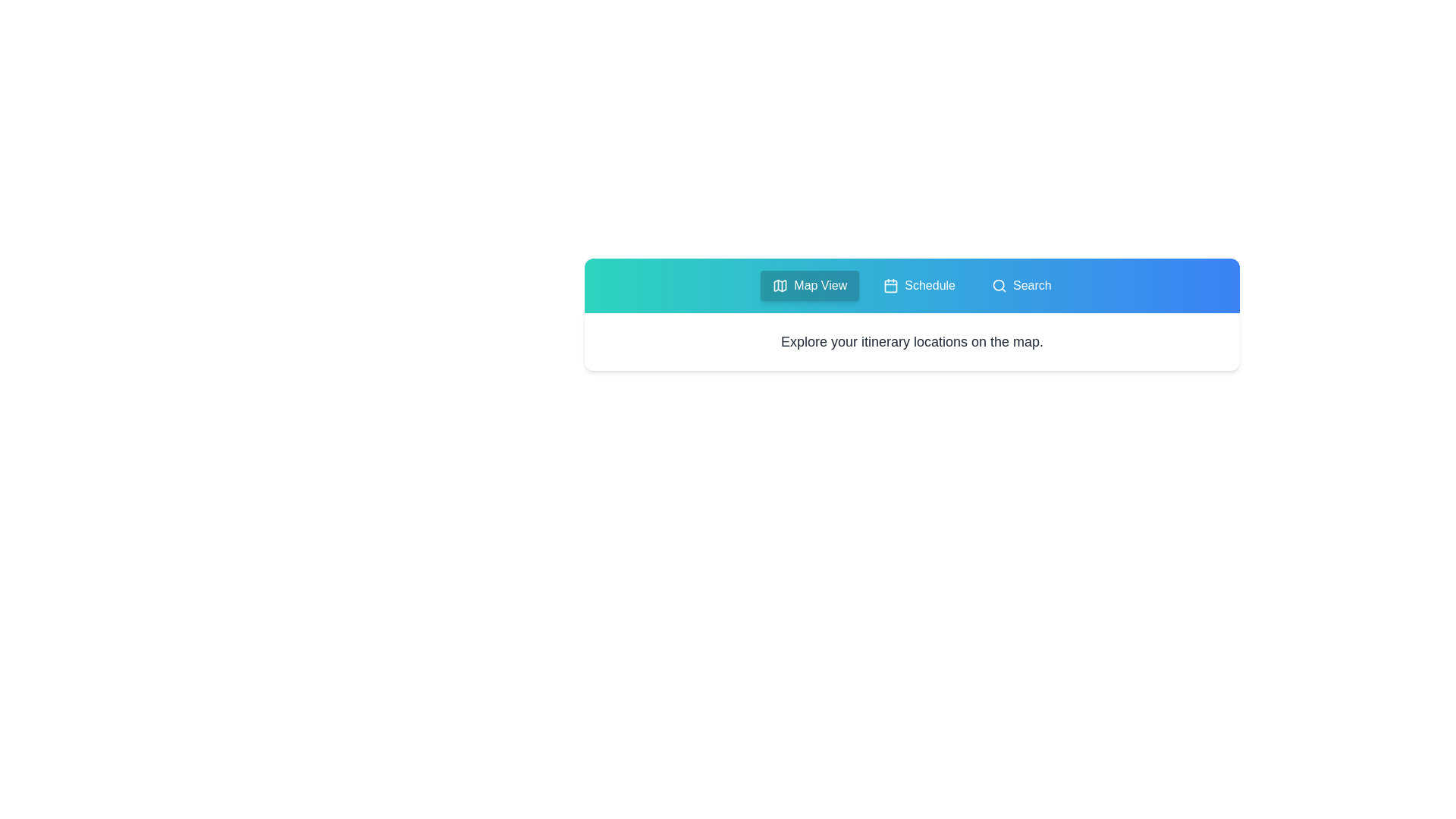  What do you see at coordinates (780, 286) in the screenshot?
I see `the 'Map View' icon, which is a compact SVG graphic styled with minimal strokes, located in the upper left section of the toolbar` at bounding box center [780, 286].